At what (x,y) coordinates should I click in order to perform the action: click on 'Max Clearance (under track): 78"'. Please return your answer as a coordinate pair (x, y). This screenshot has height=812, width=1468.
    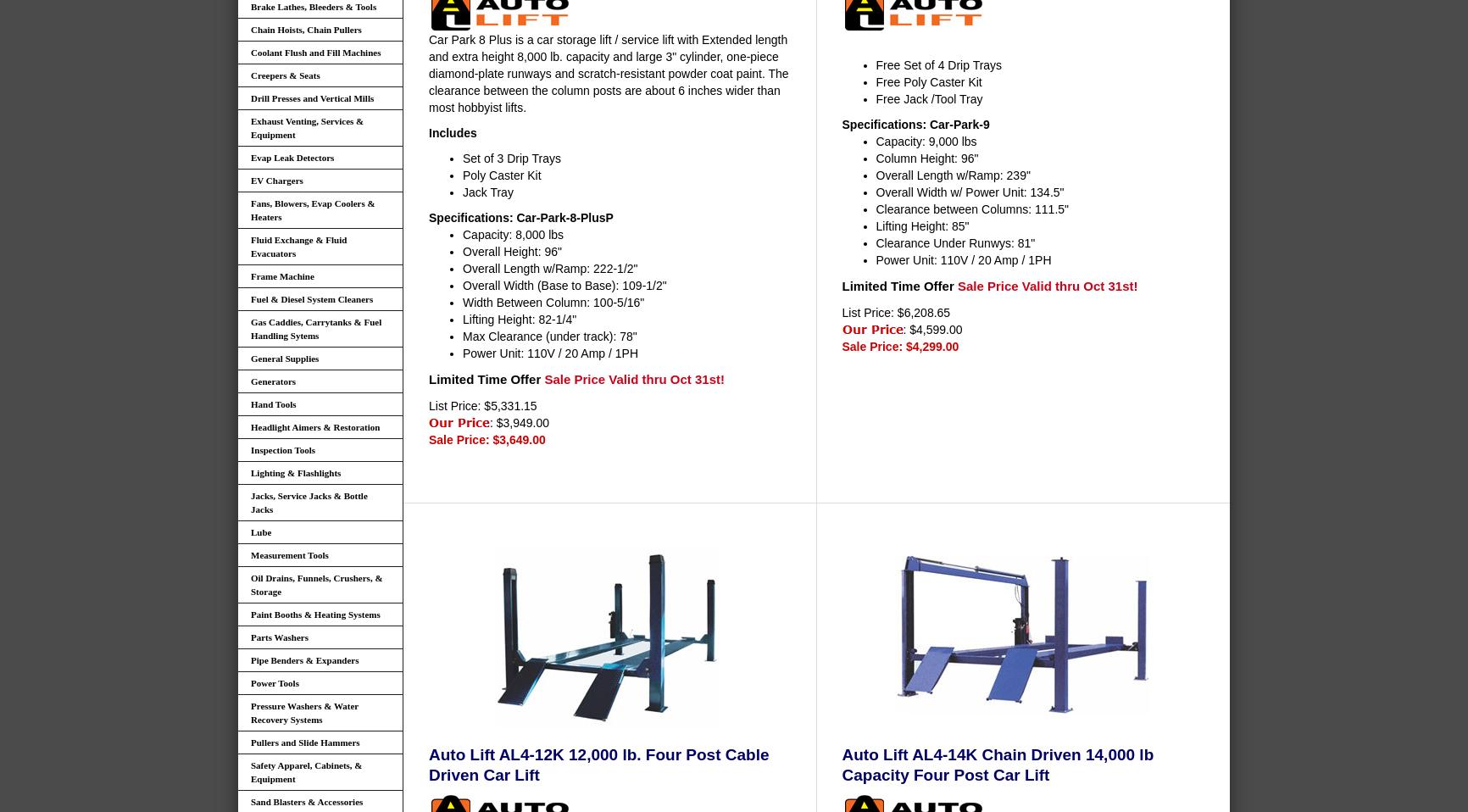
    Looking at the image, I should click on (549, 335).